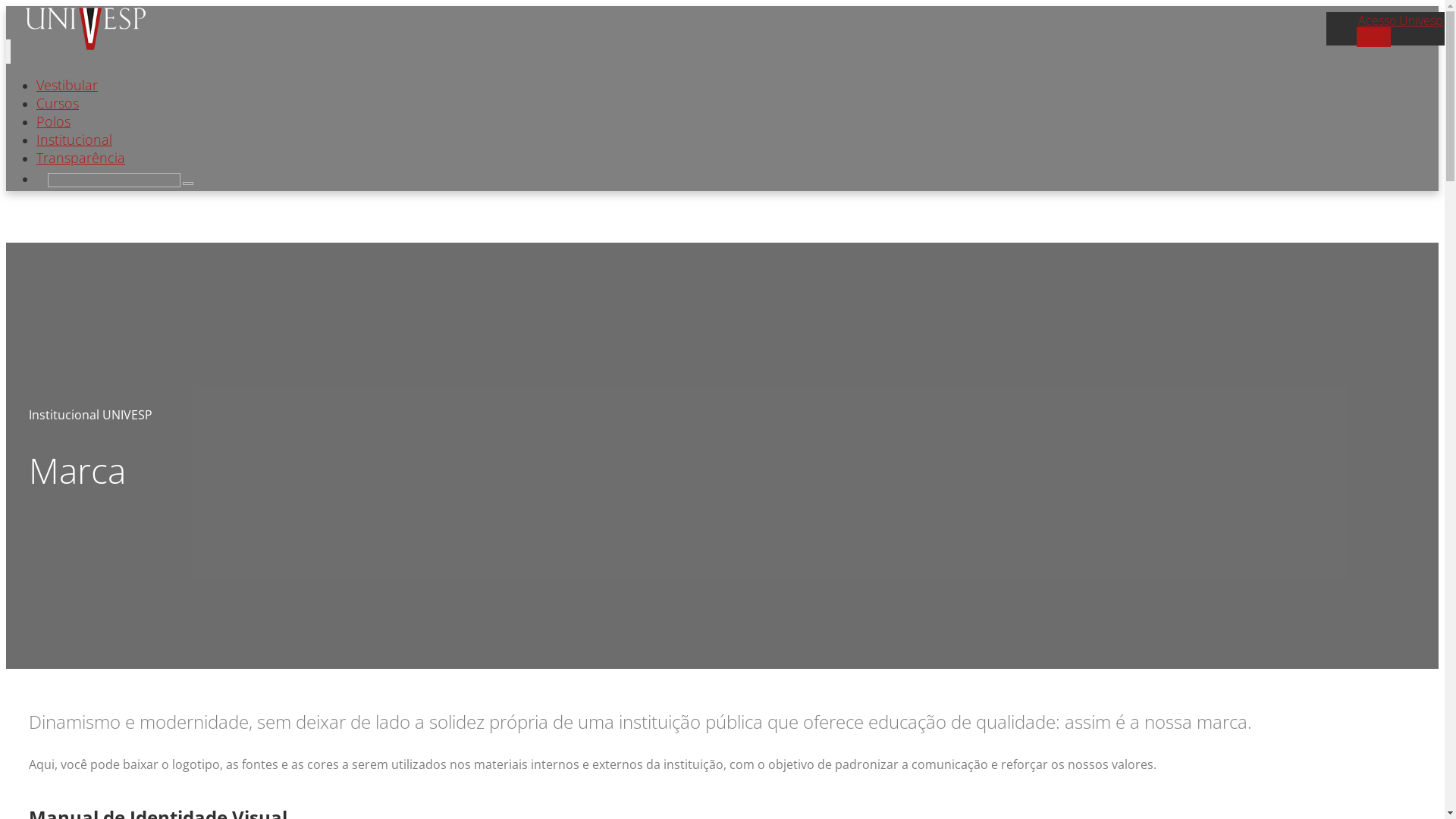 The height and width of the screenshot is (819, 1456). I want to click on 'Polos', so click(36, 120).